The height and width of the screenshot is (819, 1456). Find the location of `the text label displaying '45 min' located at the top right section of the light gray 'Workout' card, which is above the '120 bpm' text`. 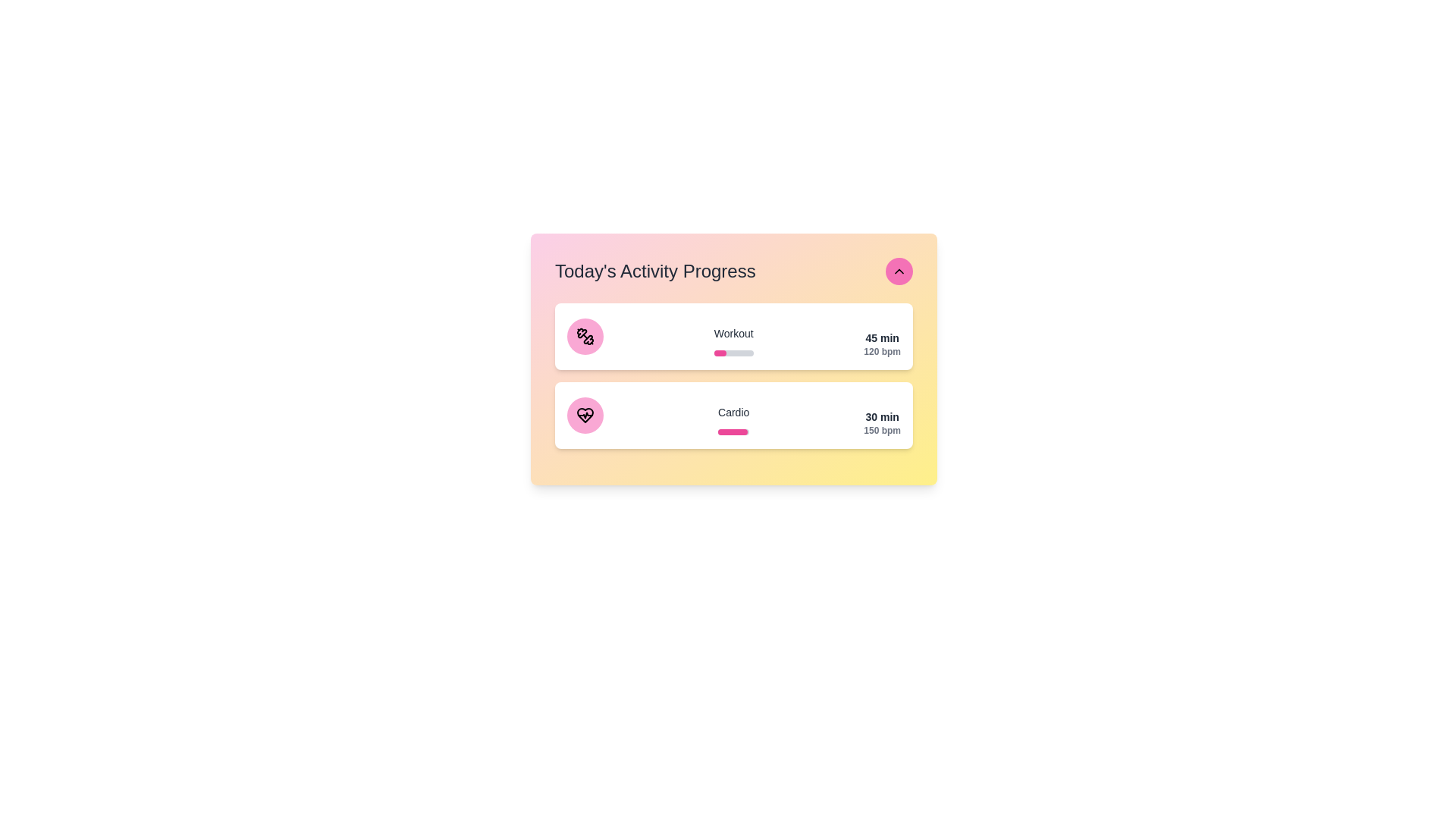

the text label displaying '45 min' located at the top right section of the light gray 'Workout' card, which is above the '120 bpm' text is located at coordinates (882, 337).